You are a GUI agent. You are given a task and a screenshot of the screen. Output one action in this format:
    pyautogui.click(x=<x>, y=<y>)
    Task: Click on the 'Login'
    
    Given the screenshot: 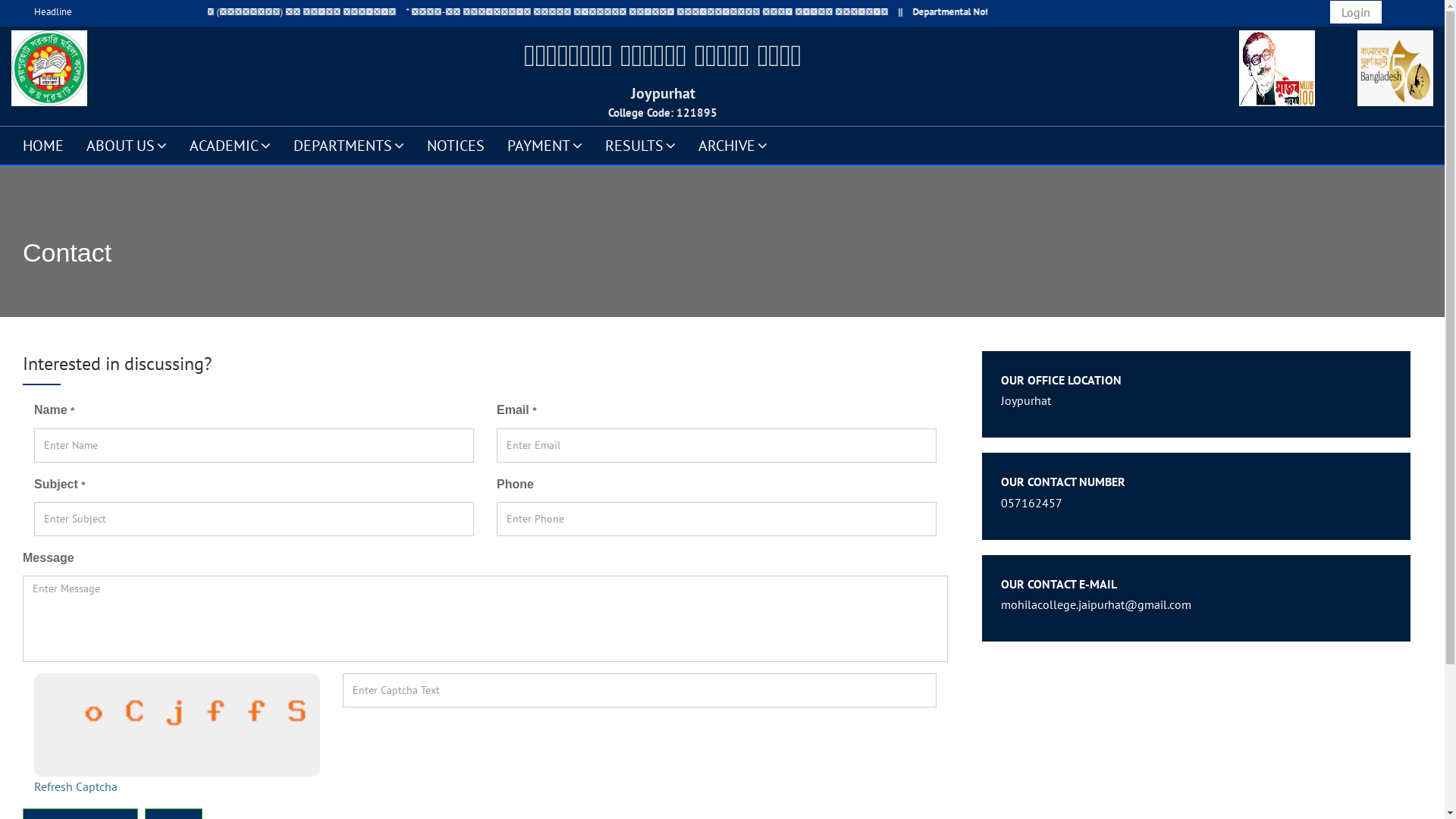 What is the action you would take?
    pyautogui.click(x=1356, y=11)
    